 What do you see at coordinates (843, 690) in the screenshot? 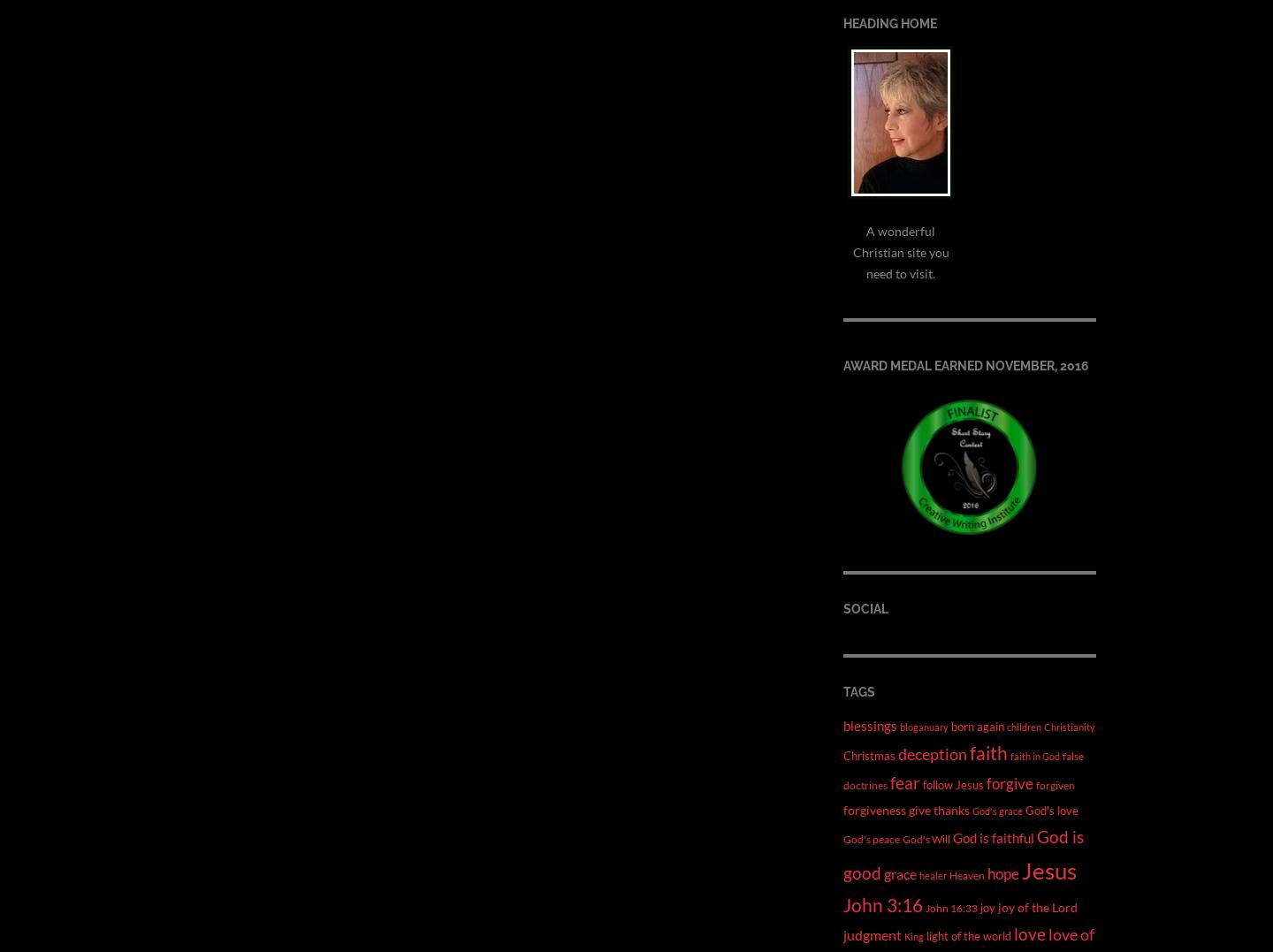
I see `'Tags'` at bounding box center [843, 690].